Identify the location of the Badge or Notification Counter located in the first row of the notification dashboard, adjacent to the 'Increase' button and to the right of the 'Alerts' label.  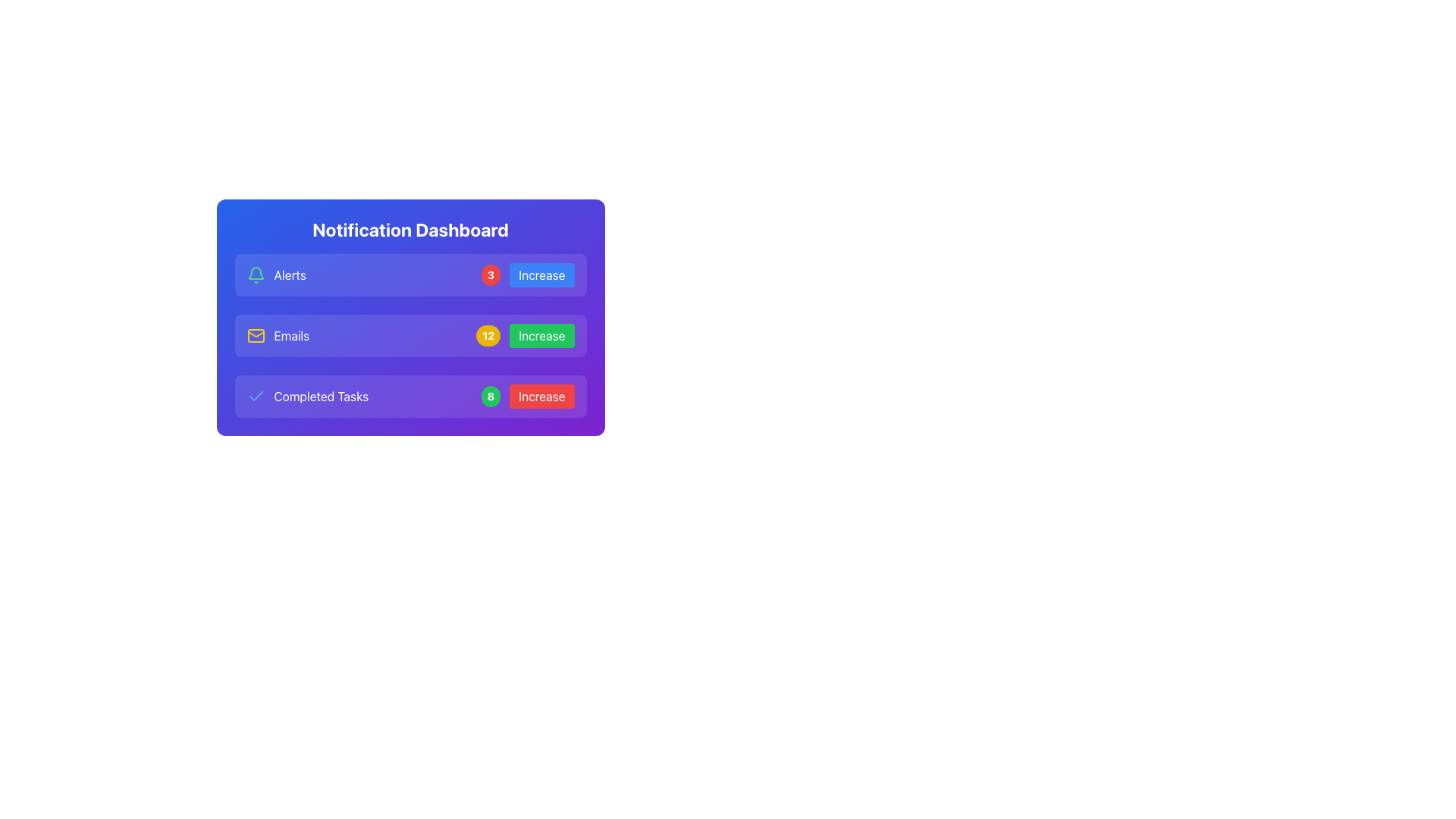
(491, 275).